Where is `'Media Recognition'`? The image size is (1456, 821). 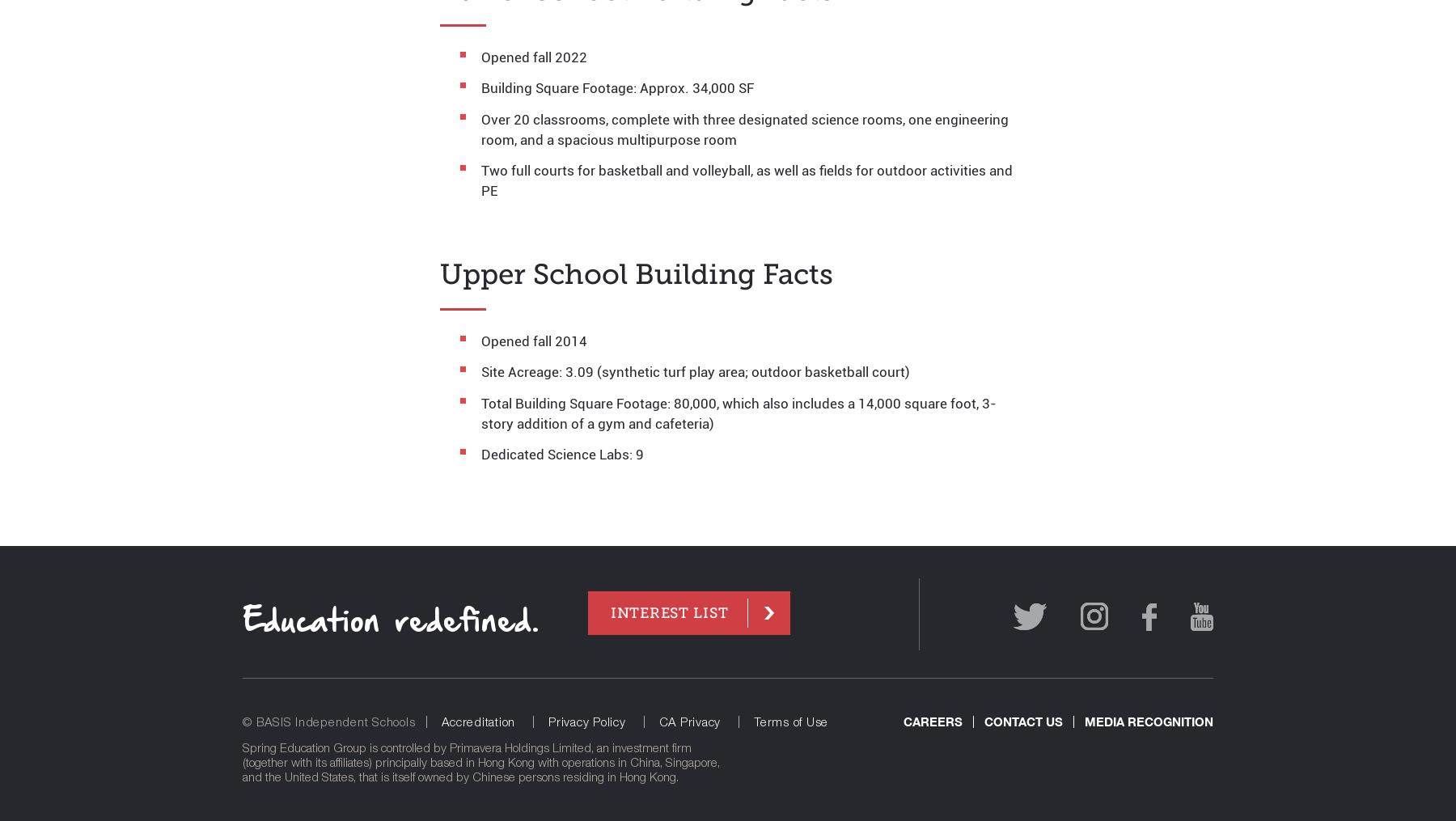 'Media Recognition' is located at coordinates (1148, 719).